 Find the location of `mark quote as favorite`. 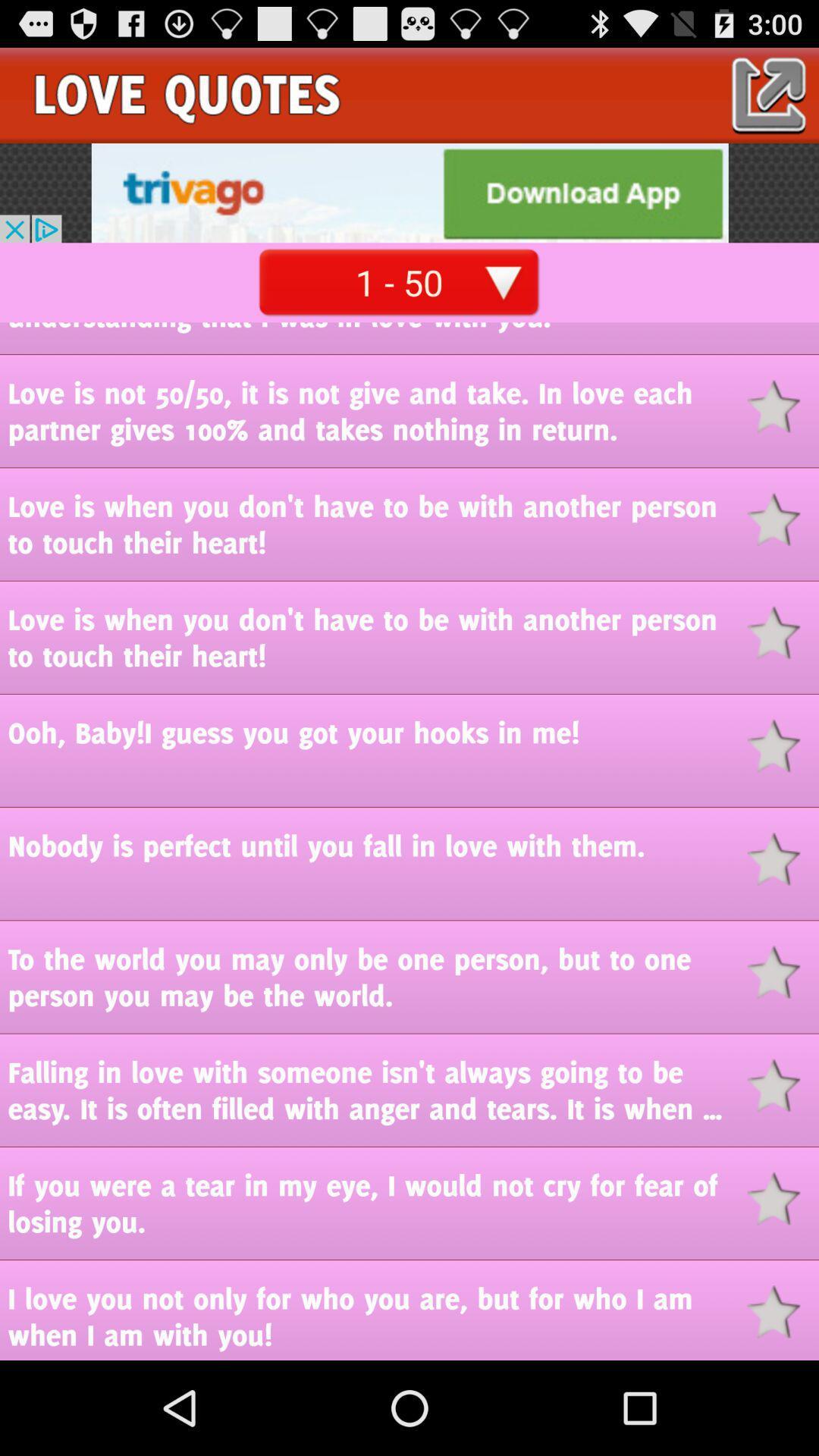

mark quote as favorite is located at coordinates (783, 1084).